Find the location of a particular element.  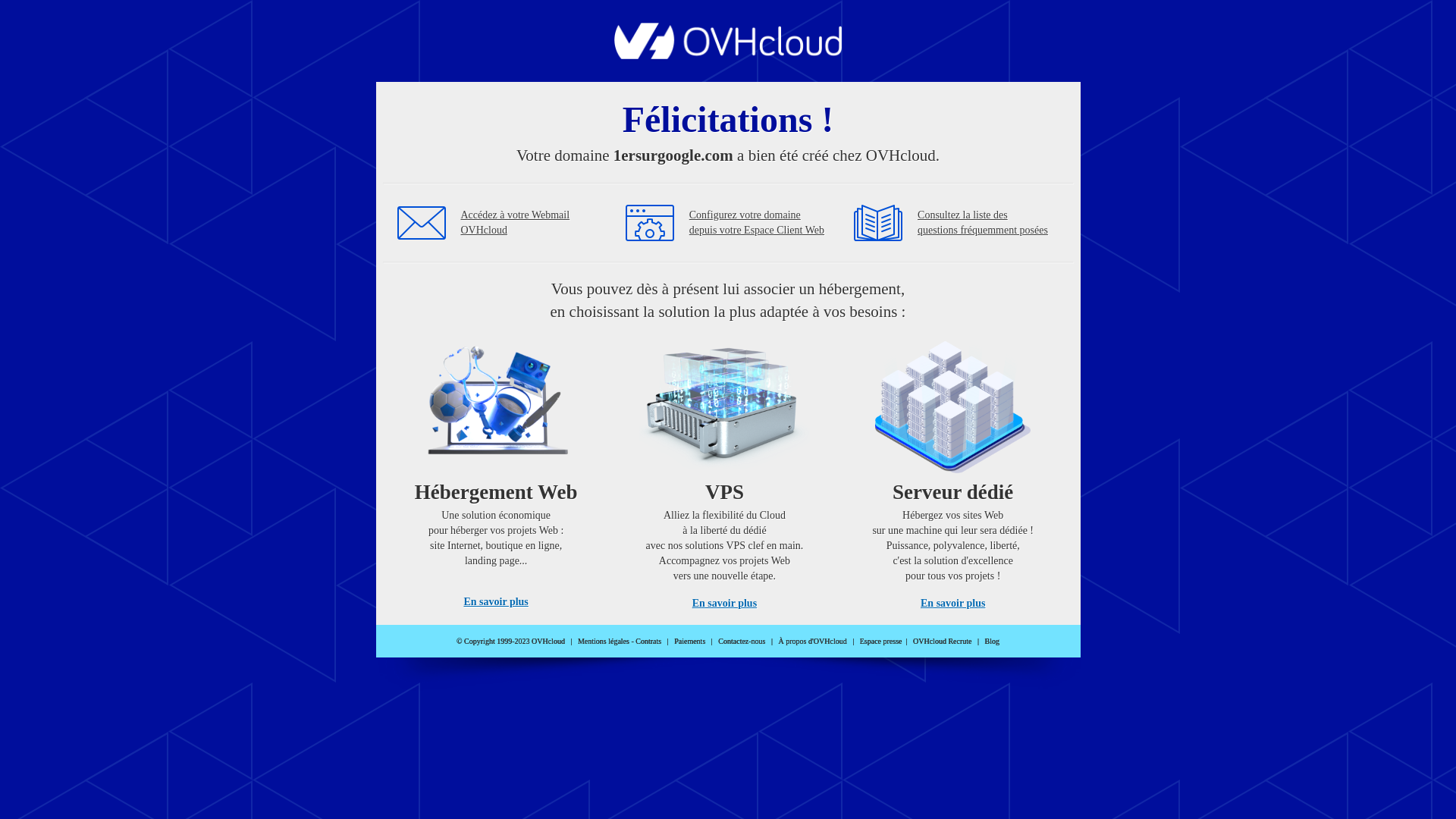

'Configurez votre domaine is located at coordinates (757, 222).